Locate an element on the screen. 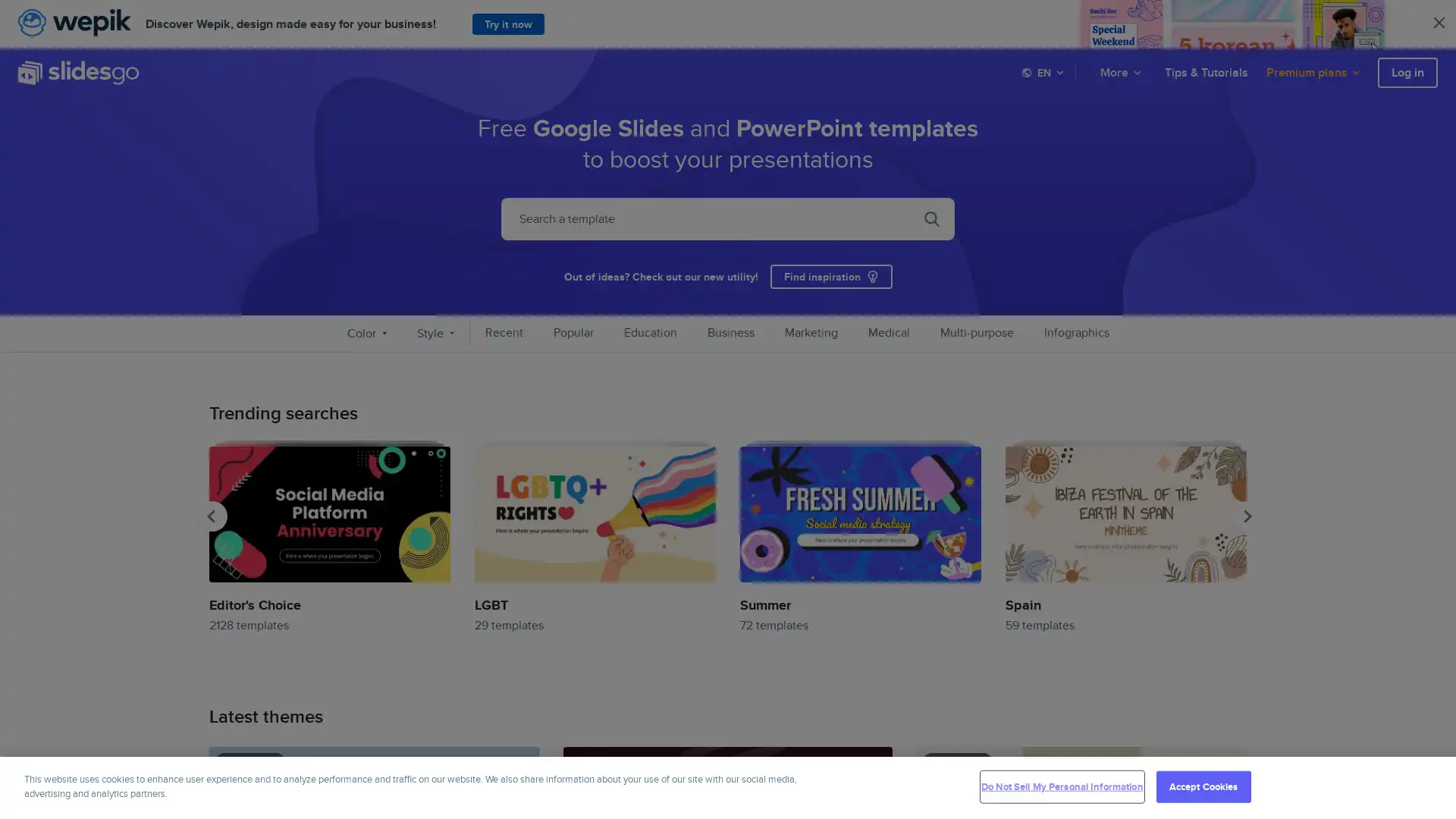 Image resolution: width=1456 pixels, height=819 pixels. Download is located at coordinates (521, 786).